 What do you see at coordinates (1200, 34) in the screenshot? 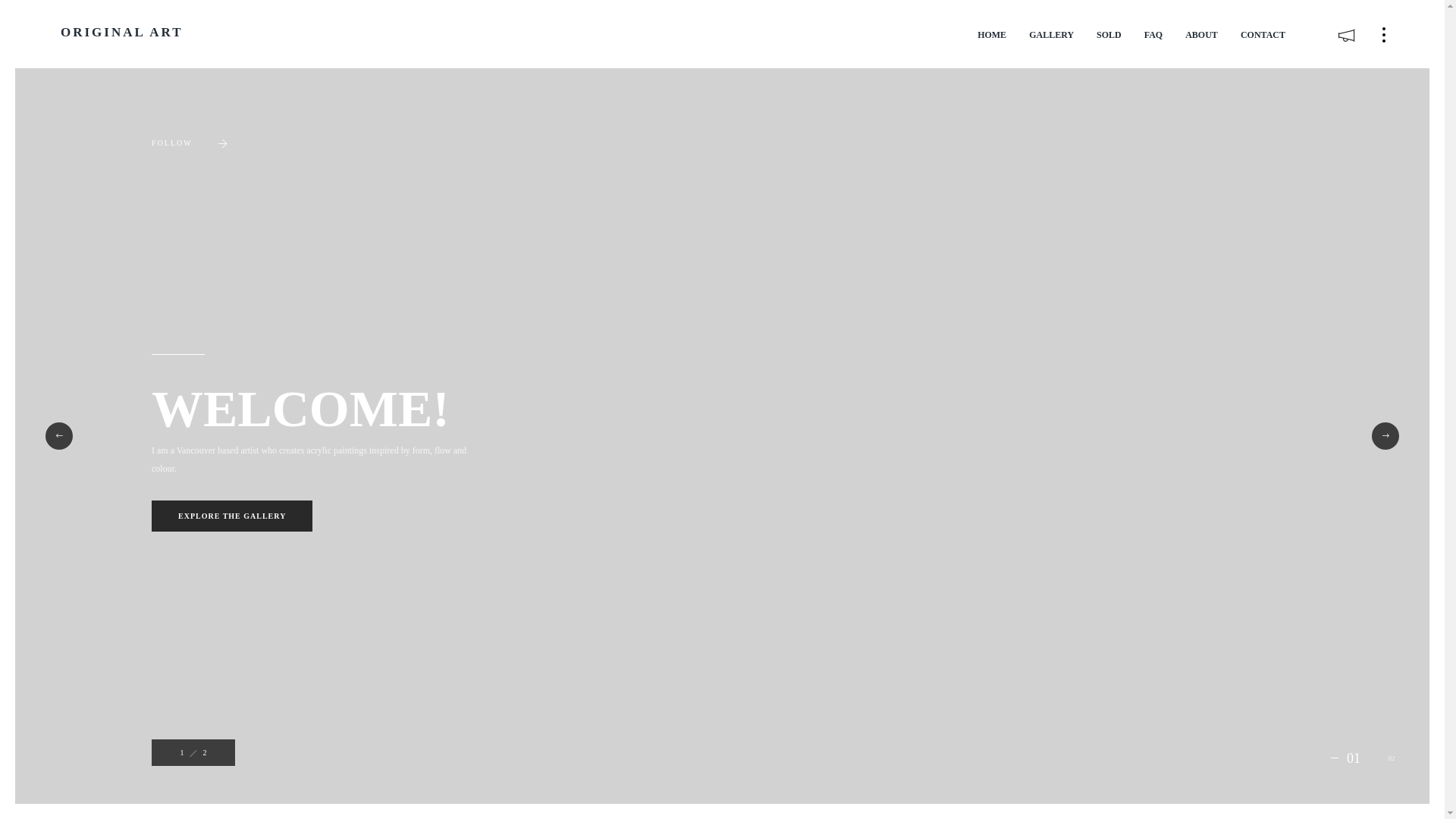
I see `'ABOUT'` at bounding box center [1200, 34].